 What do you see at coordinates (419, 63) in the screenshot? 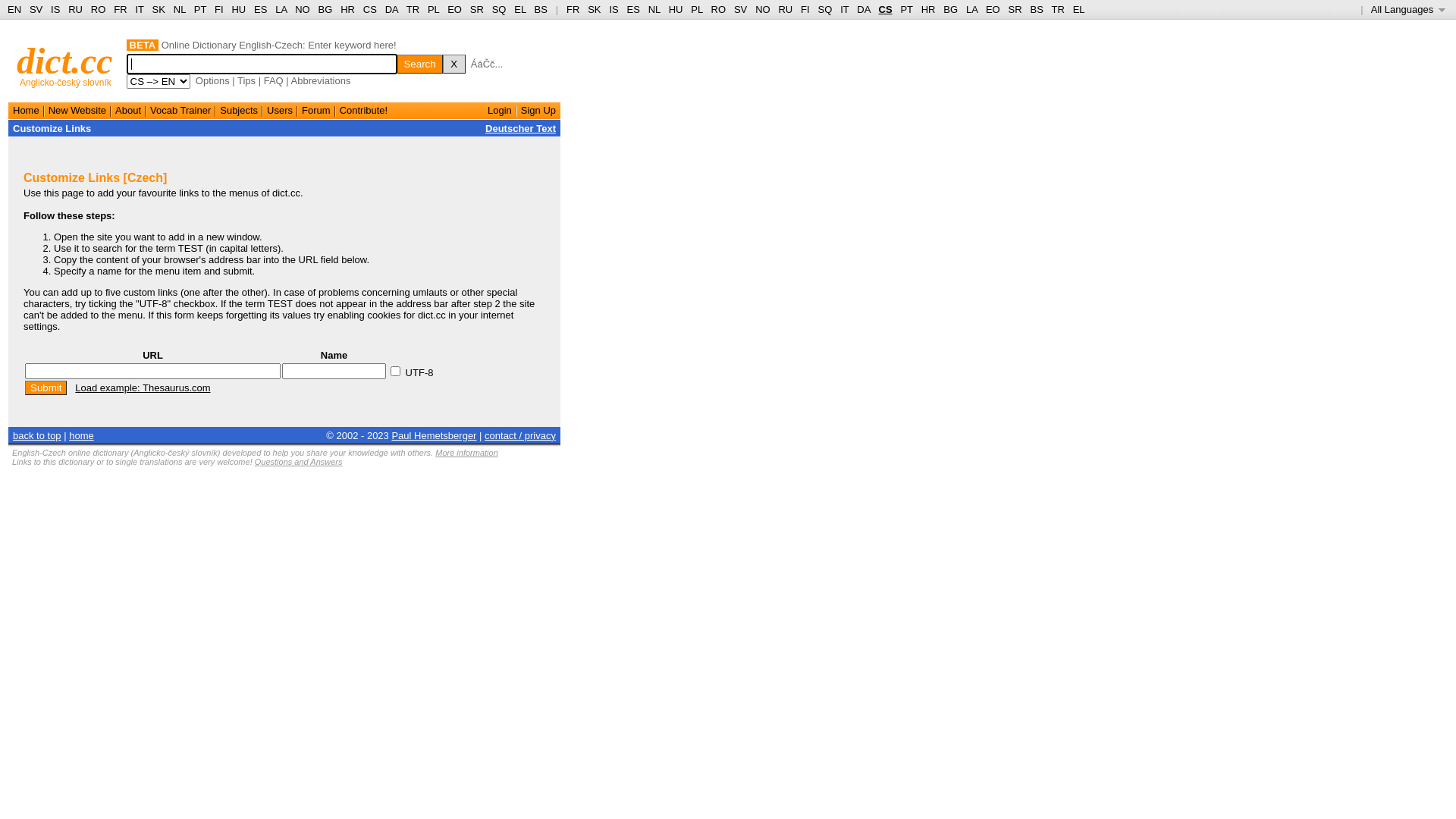
I see `'Search'` at bounding box center [419, 63].